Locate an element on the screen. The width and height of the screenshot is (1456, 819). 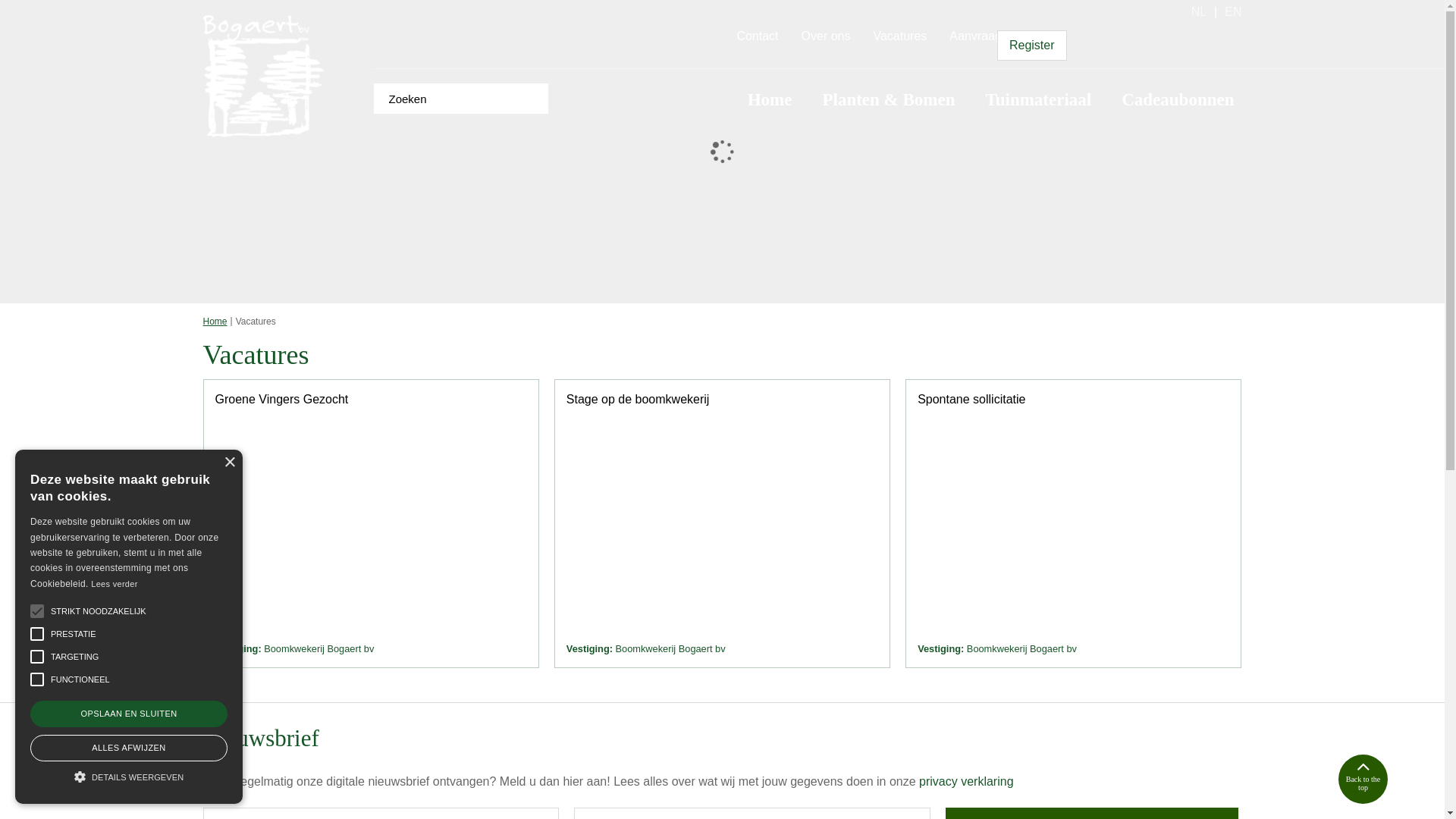
'Tuinmateriaal' is located at coordinates (1037, 99).